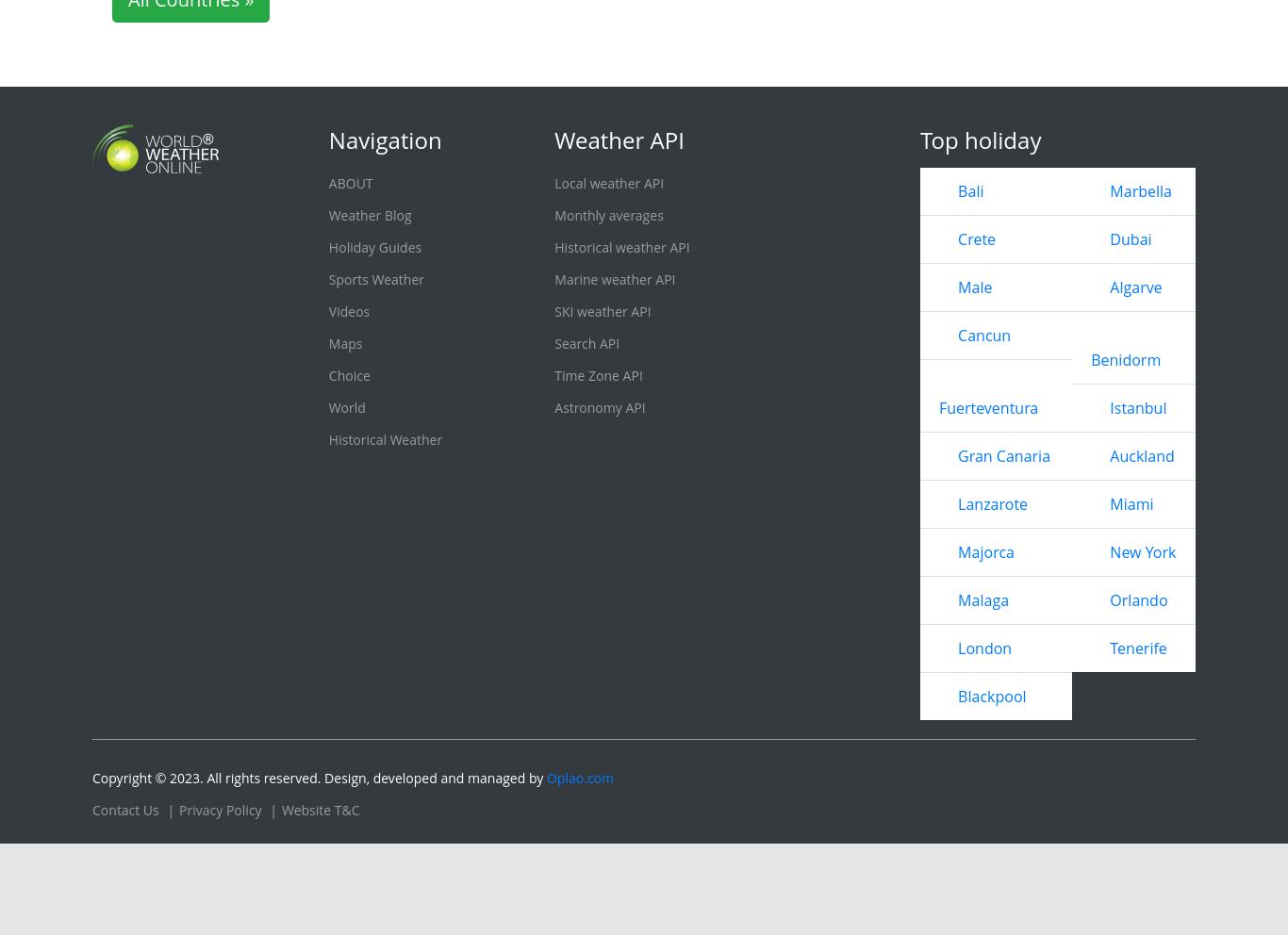 This screenshot has height=935, width=1288. What do you see at coordinates (319, 777) in the screenshot?
I see `'Copyright © 2023. All rights reserved. Design, developed and managed by'` at bounding box center [319, 777].